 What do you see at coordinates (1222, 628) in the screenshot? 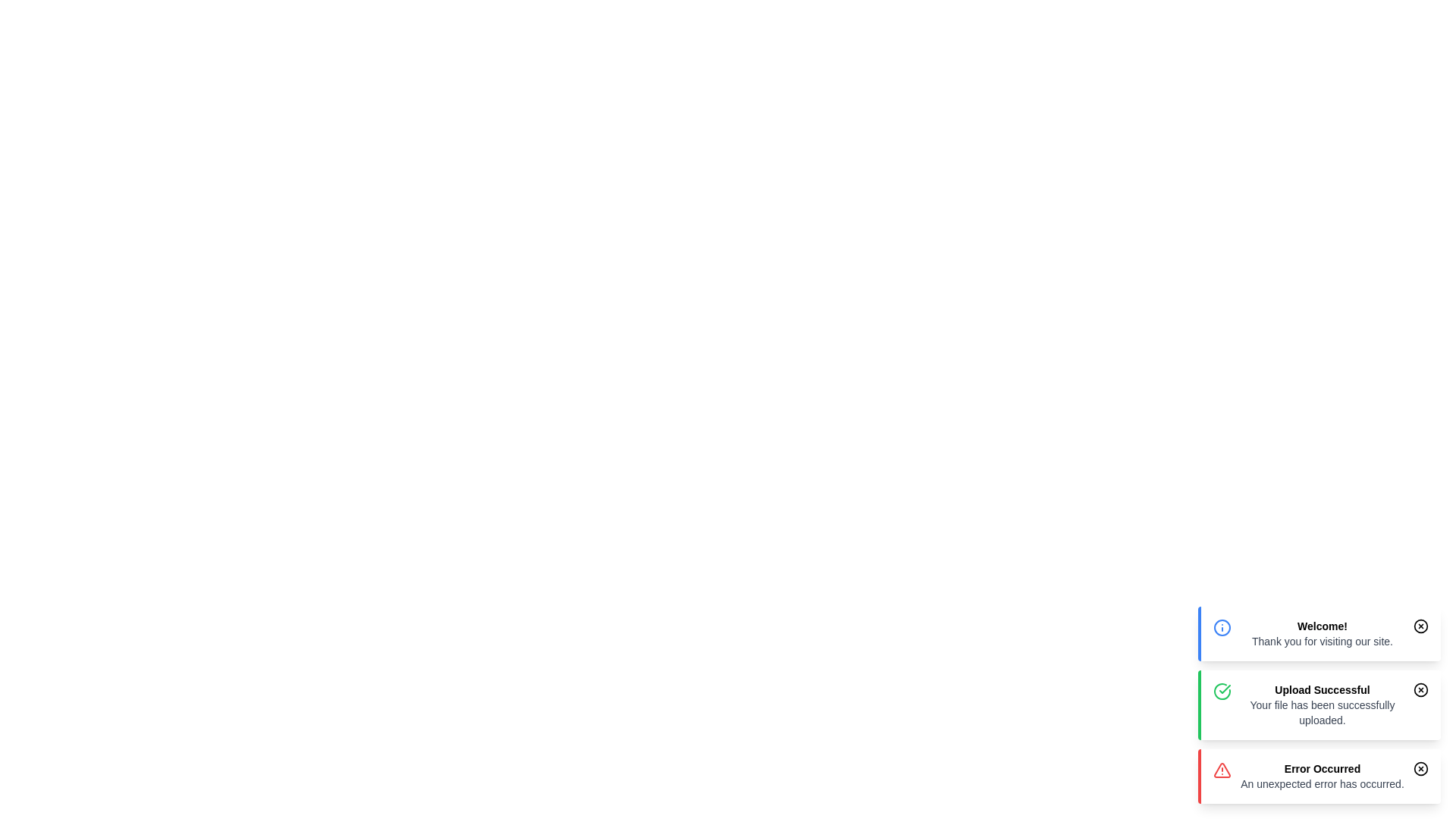
I see `the blue circular outline that is the central part of the information icon at the top of the first card header` at bounding box center [1222, 628].